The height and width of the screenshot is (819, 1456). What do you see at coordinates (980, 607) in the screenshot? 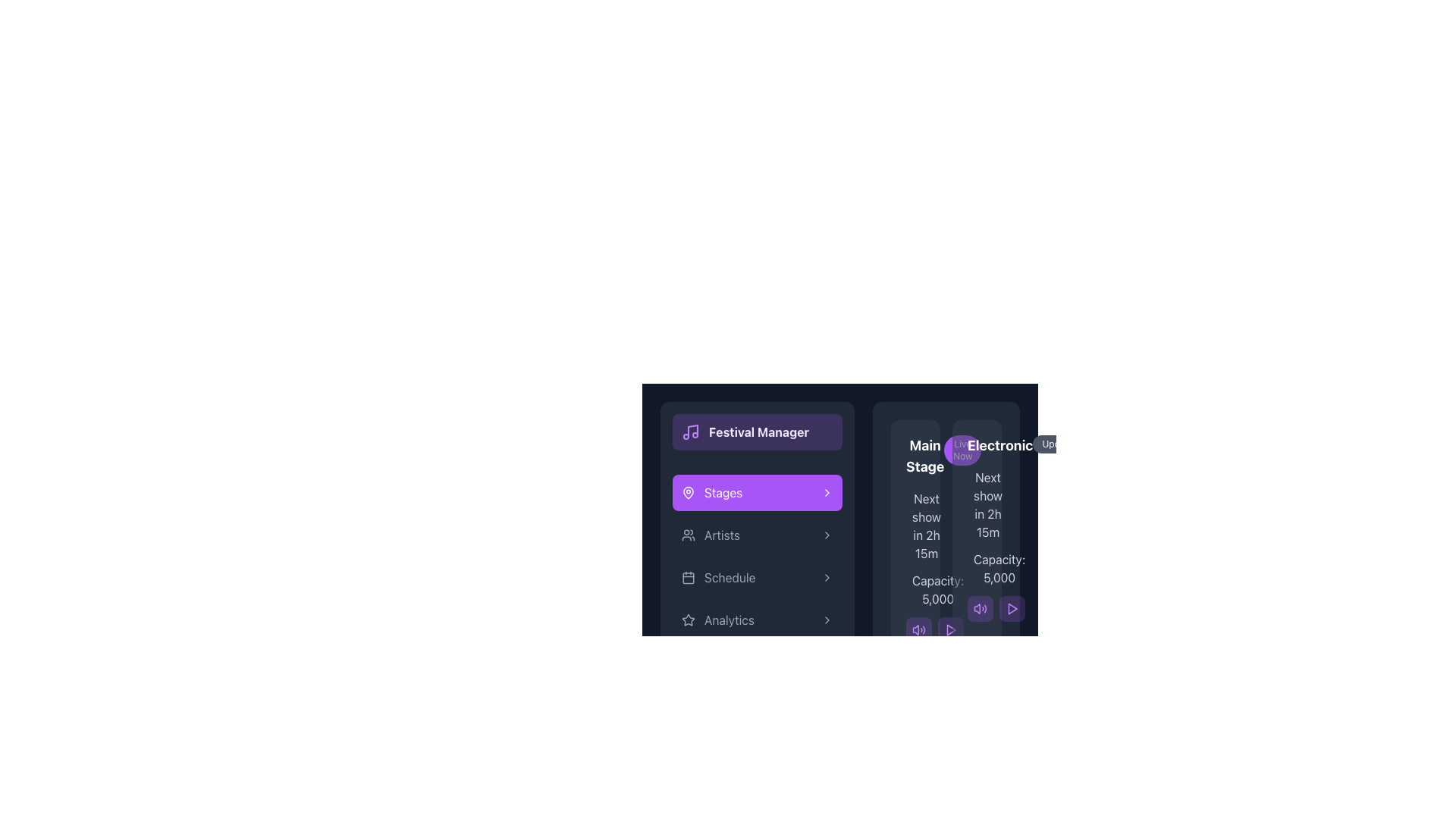
I see `the sound toggle button located in the bottom section of the 'Electronic Stage' panel` at bounding box center [980, 607].